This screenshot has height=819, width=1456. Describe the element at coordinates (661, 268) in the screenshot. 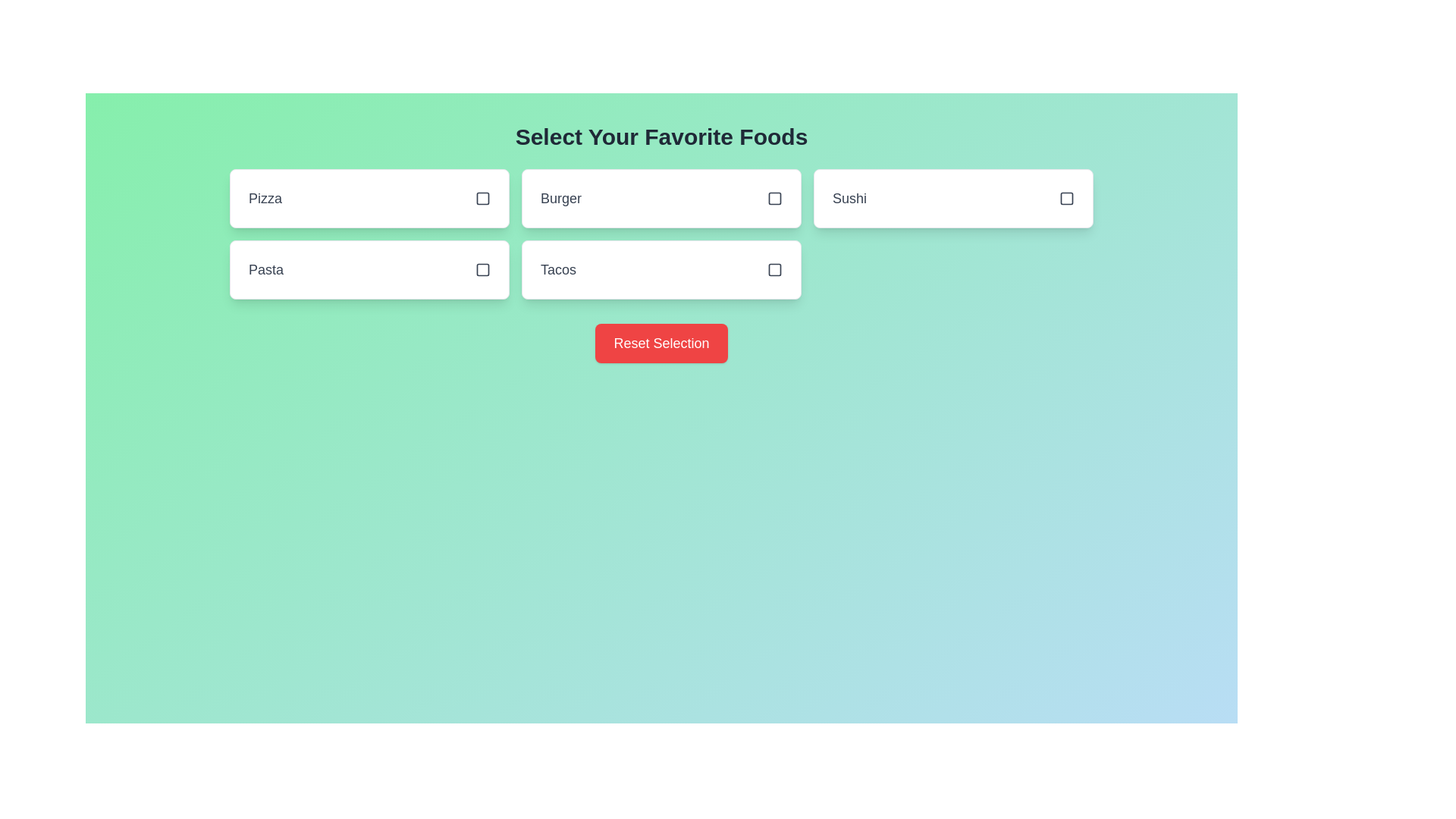

I see `the food item Tacos` at that location.